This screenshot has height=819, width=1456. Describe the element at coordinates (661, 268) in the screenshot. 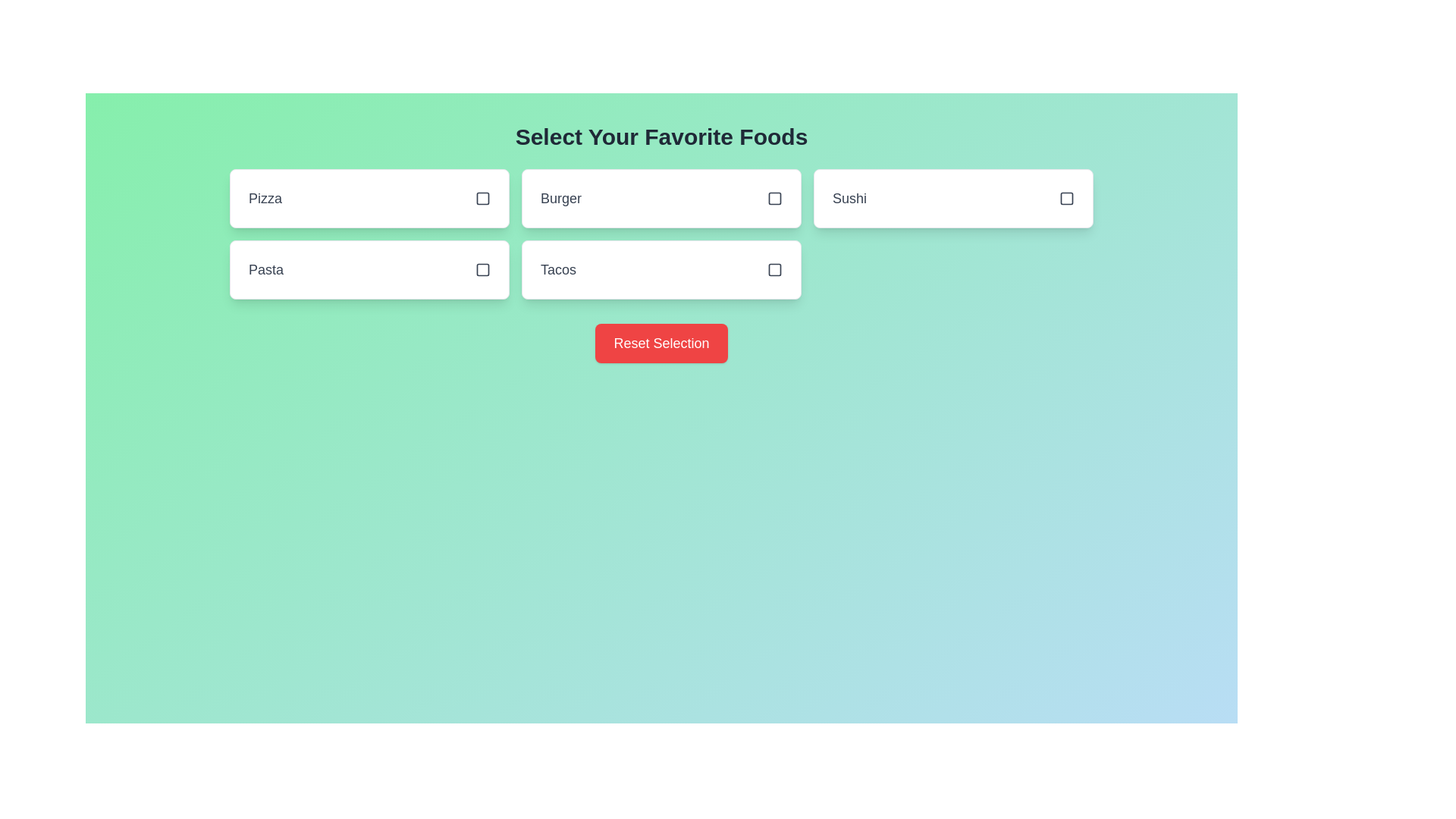

I see `the food item Tacos` at that location.